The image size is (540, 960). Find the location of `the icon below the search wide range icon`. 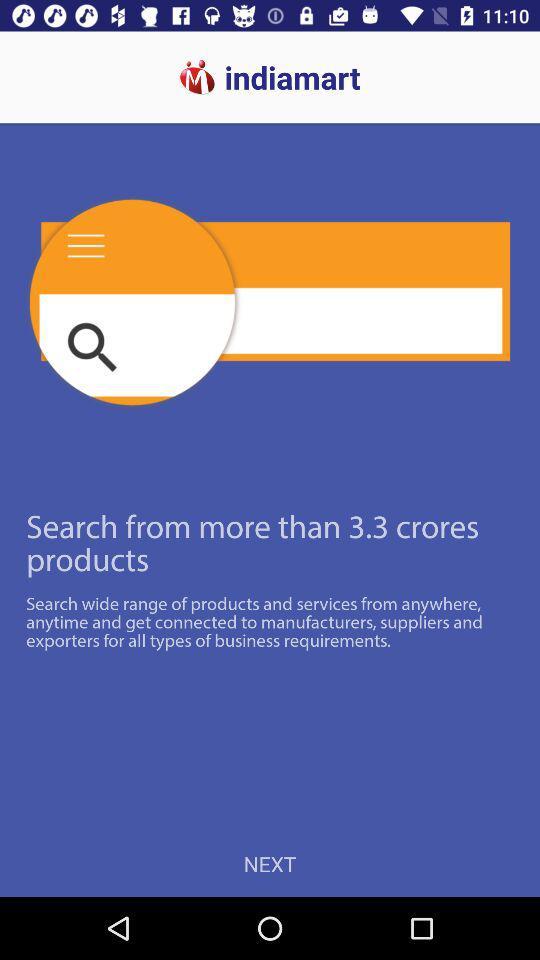

the icon below the search wide range icon is located at coordinates (270, 863).